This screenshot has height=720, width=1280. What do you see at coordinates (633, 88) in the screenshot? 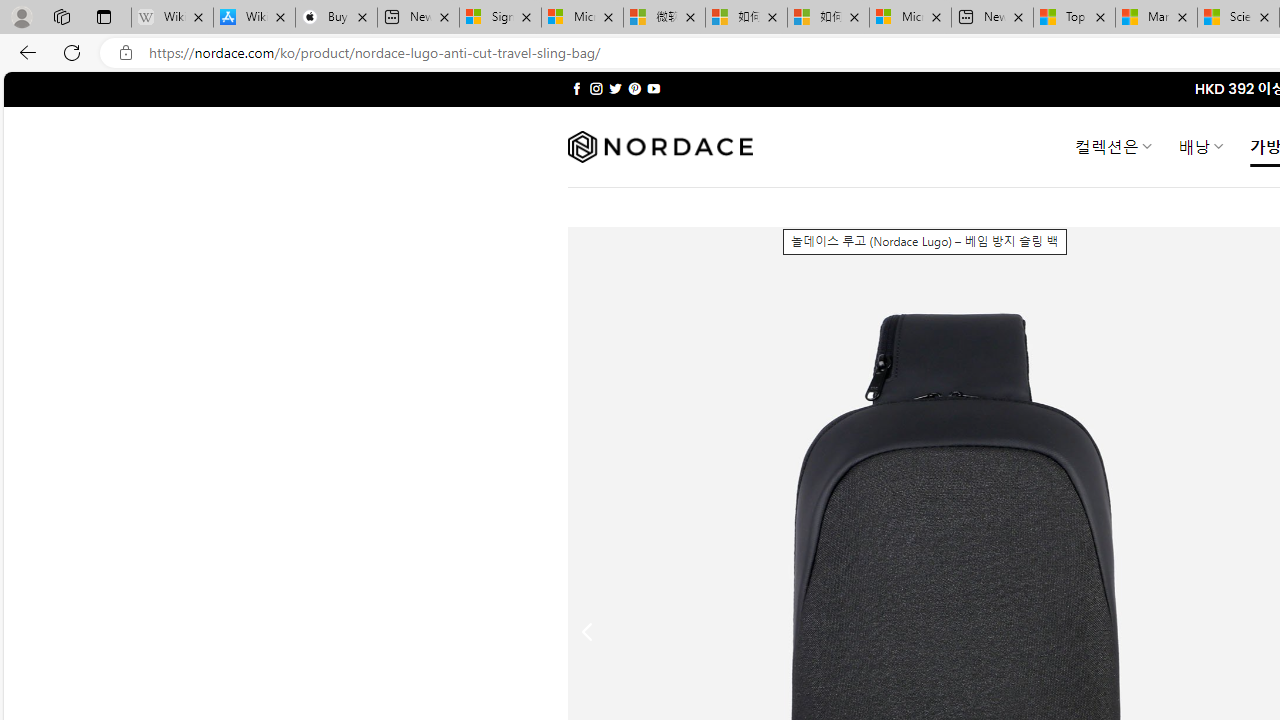
I see `'Follow on Pinterest'` at bounding box center [633, 88].